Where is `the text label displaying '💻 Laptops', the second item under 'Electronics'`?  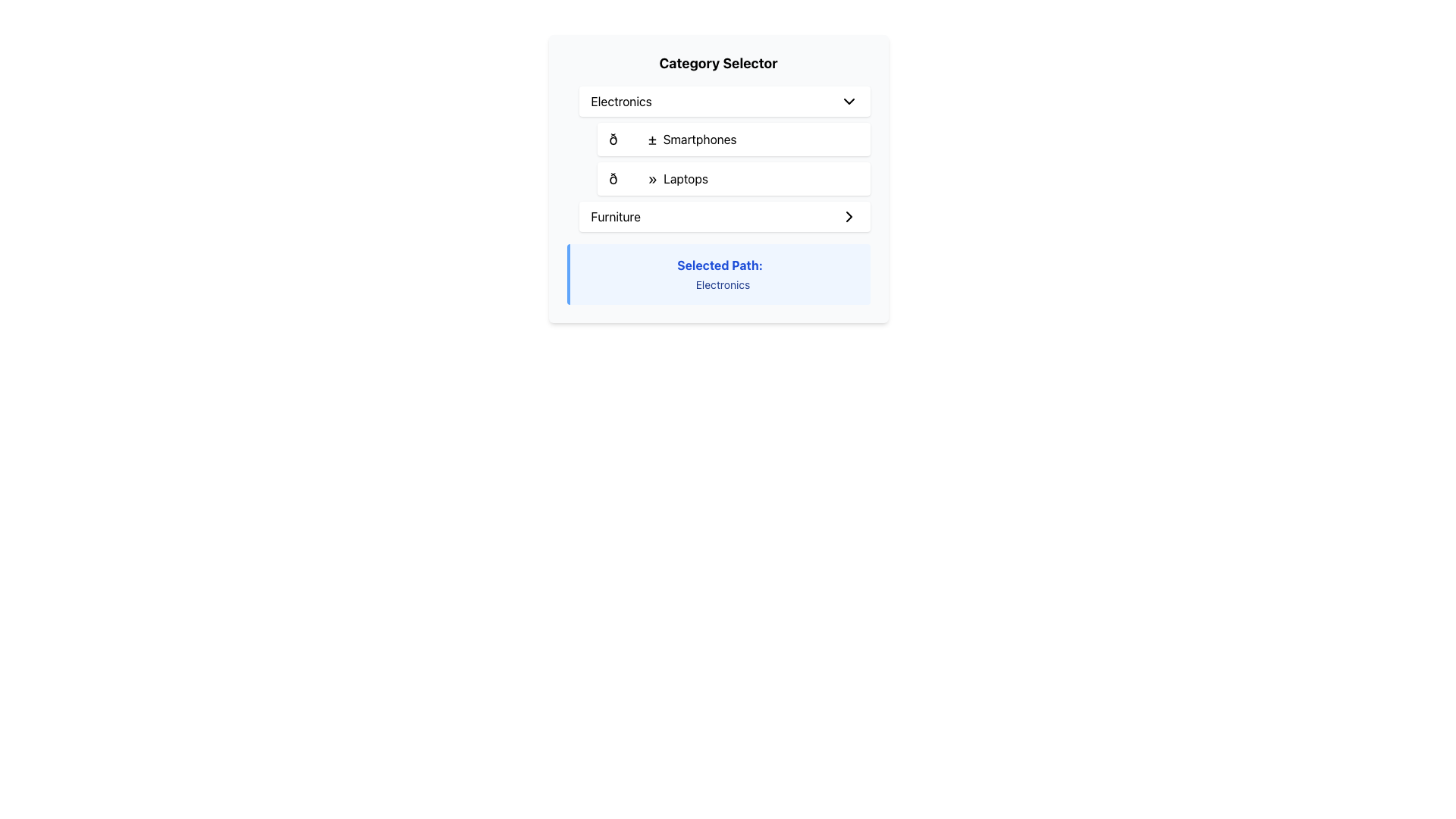
the text label displaying '💻 Laptops', the second item under 'Electronics' is located at coordinates (658, 177).